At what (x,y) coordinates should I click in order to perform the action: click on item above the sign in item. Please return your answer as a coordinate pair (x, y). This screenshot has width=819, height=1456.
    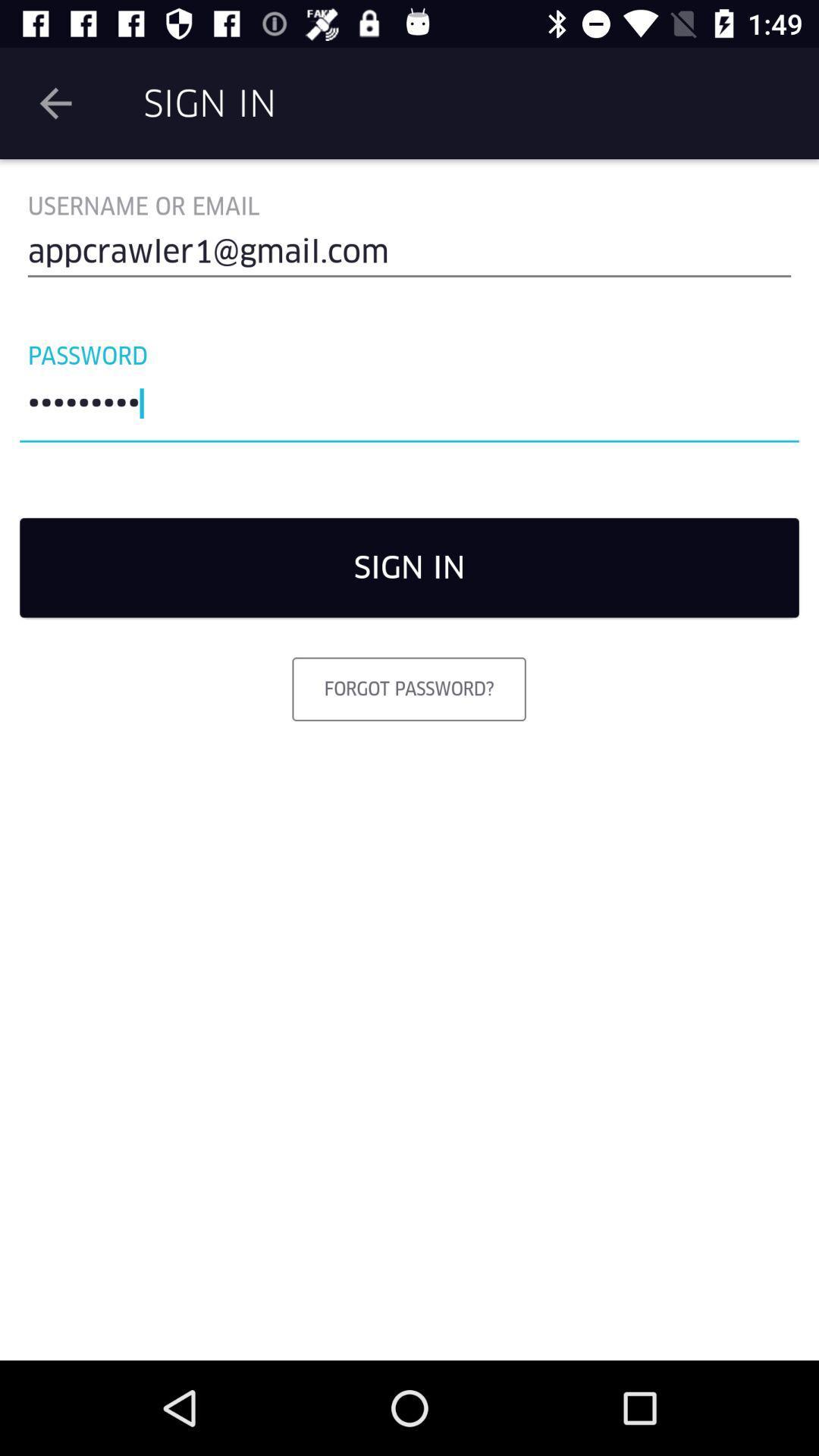
    Looking at the image, I should click on (409, 407).